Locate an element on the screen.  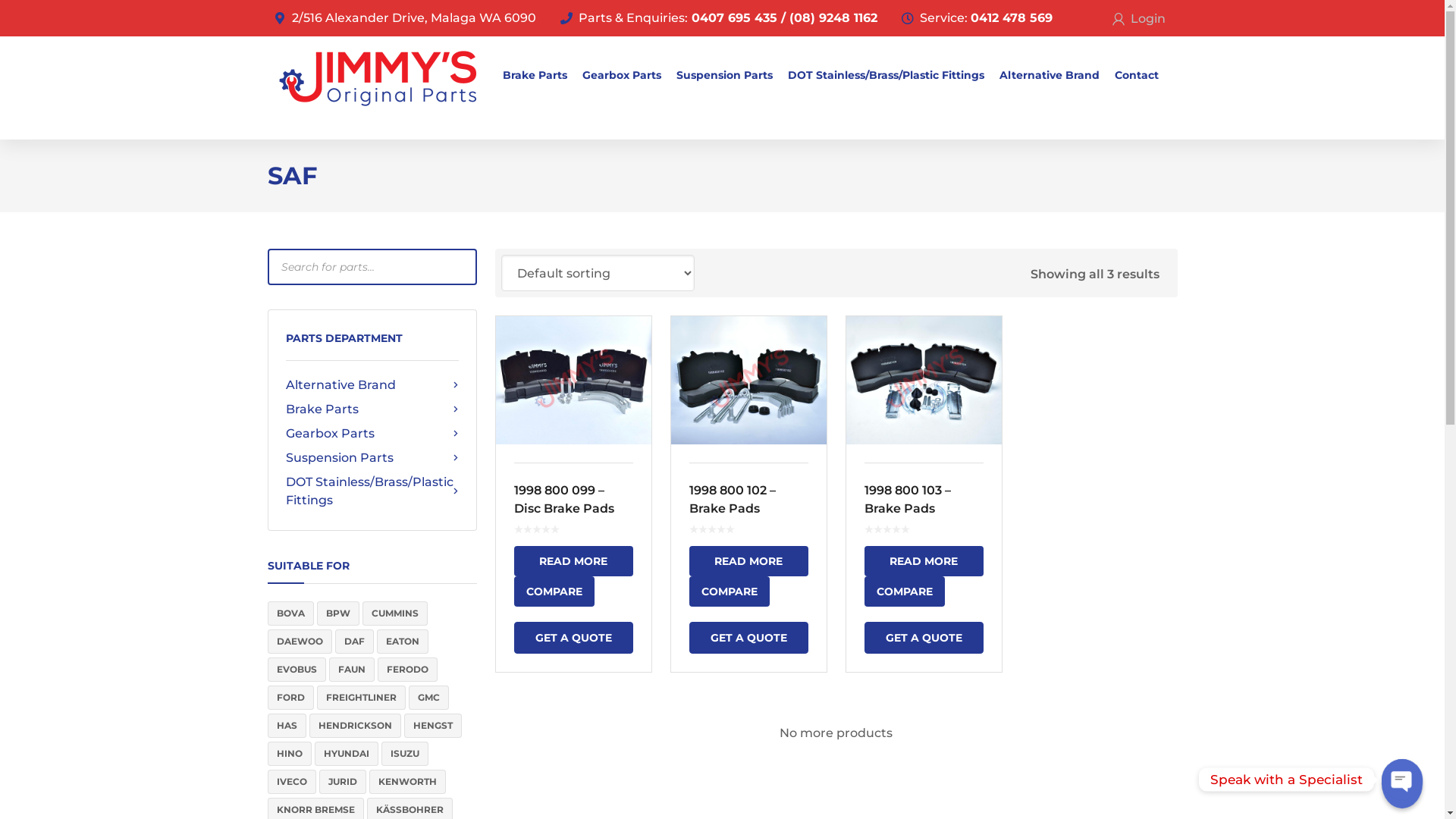
'HENDRICKSON' is located at coordinates (354, 724).